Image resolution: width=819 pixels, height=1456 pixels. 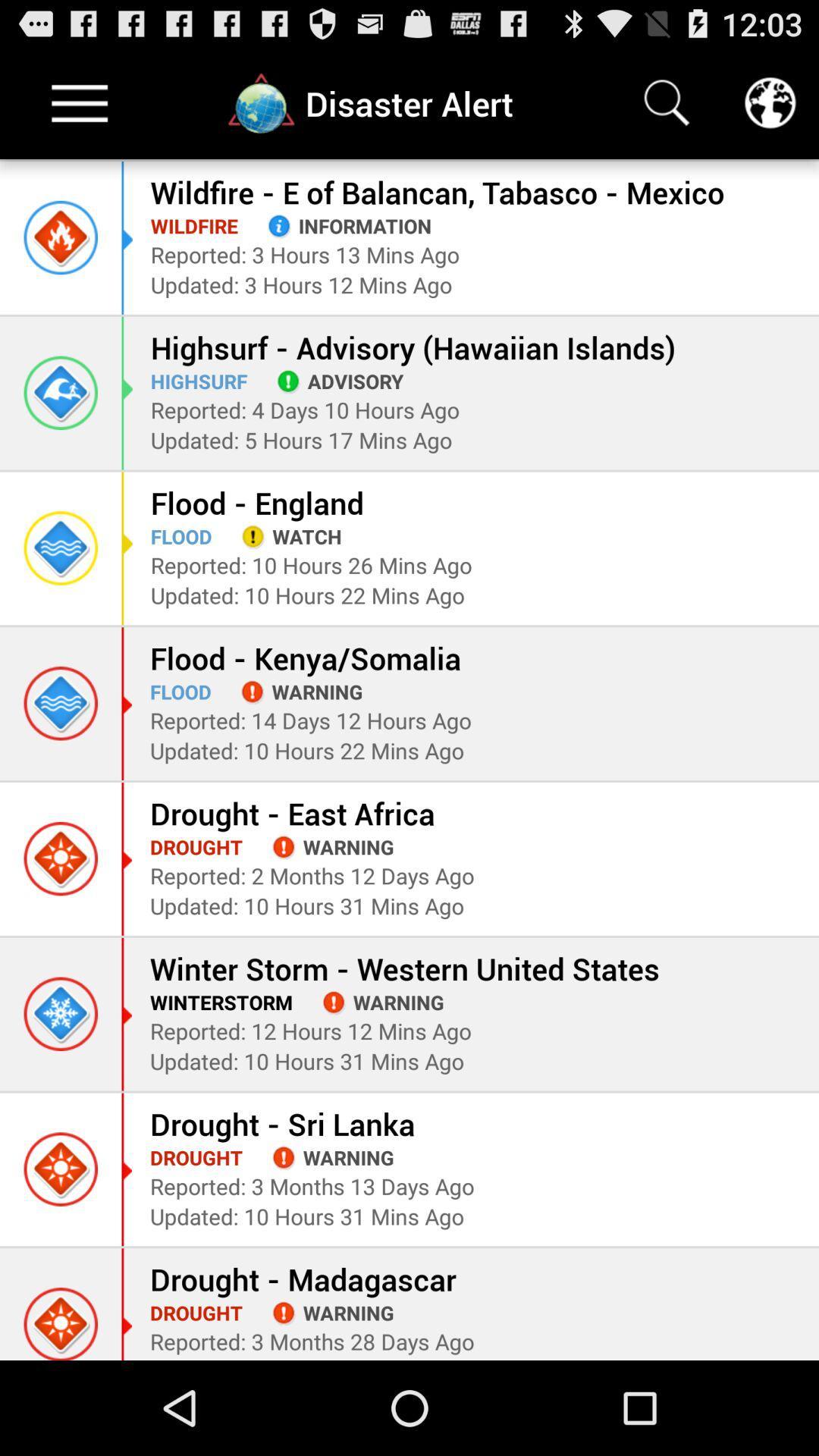 I want to click on search icon, so click(x=666, y=102).